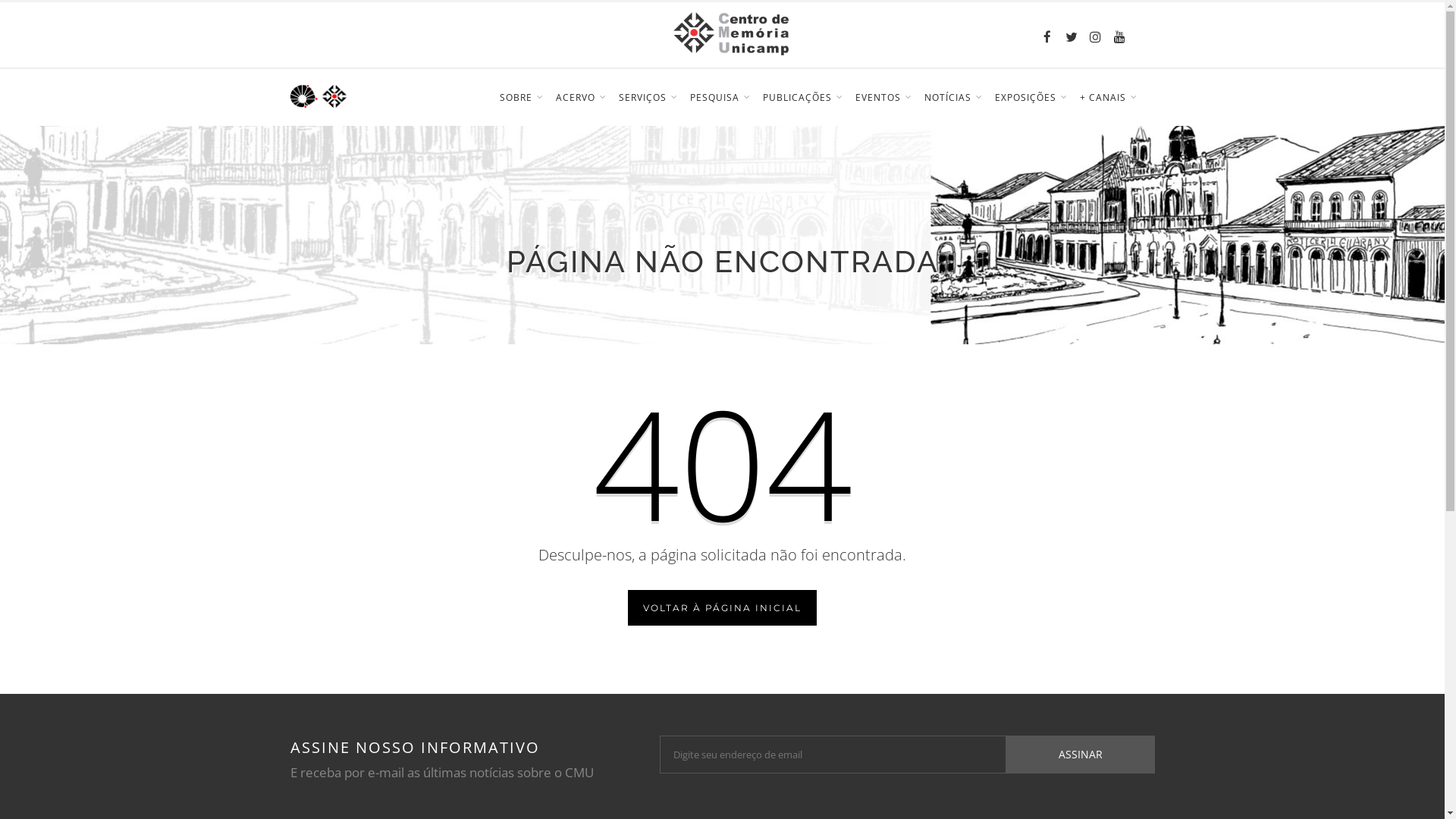 This screenshot has width=1456, height=819. I want to click on 'Instagram', so click(1095, 34).